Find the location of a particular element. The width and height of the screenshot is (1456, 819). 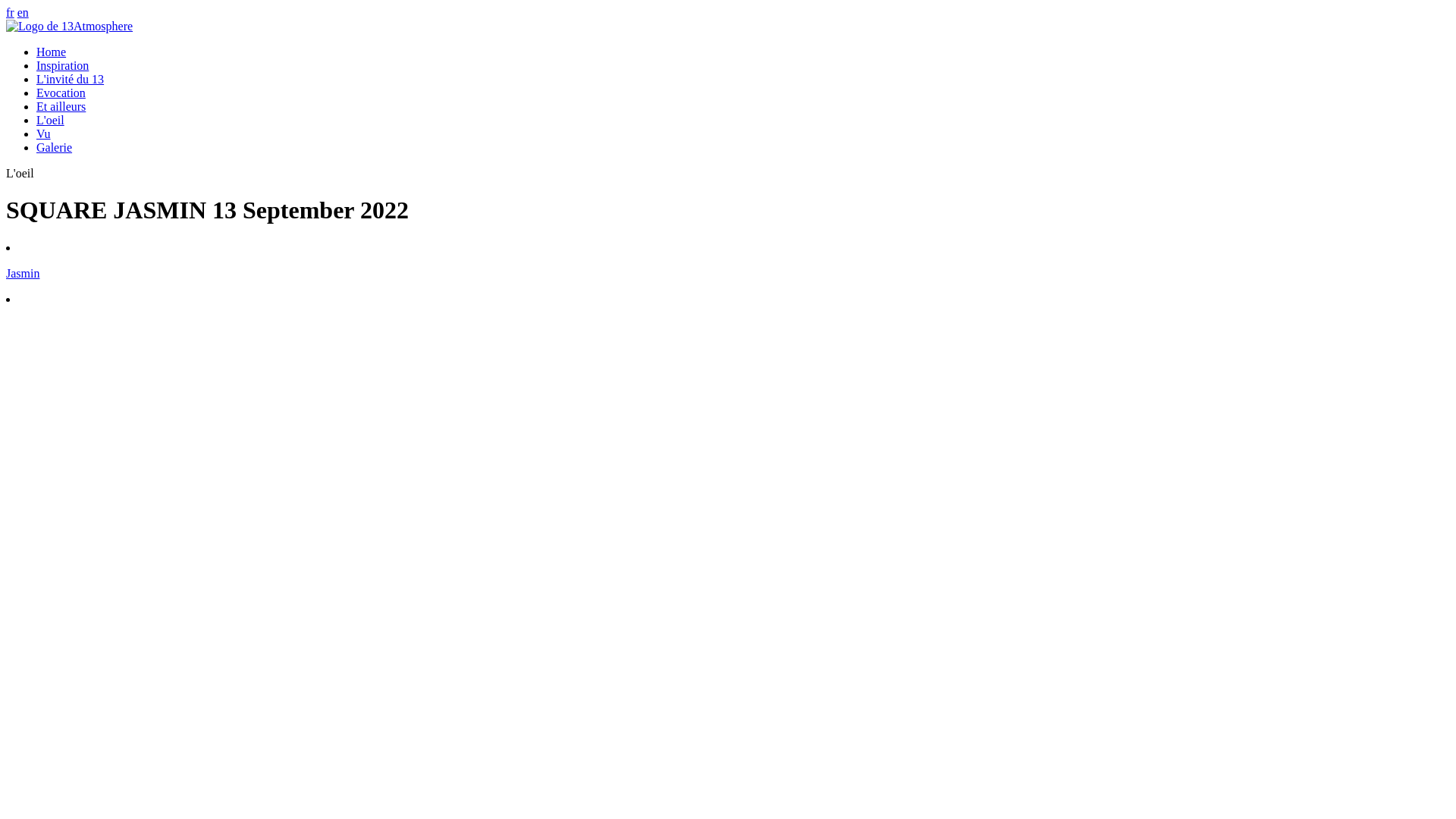

'Et ailleurs' is located at coordinates (61, 105).